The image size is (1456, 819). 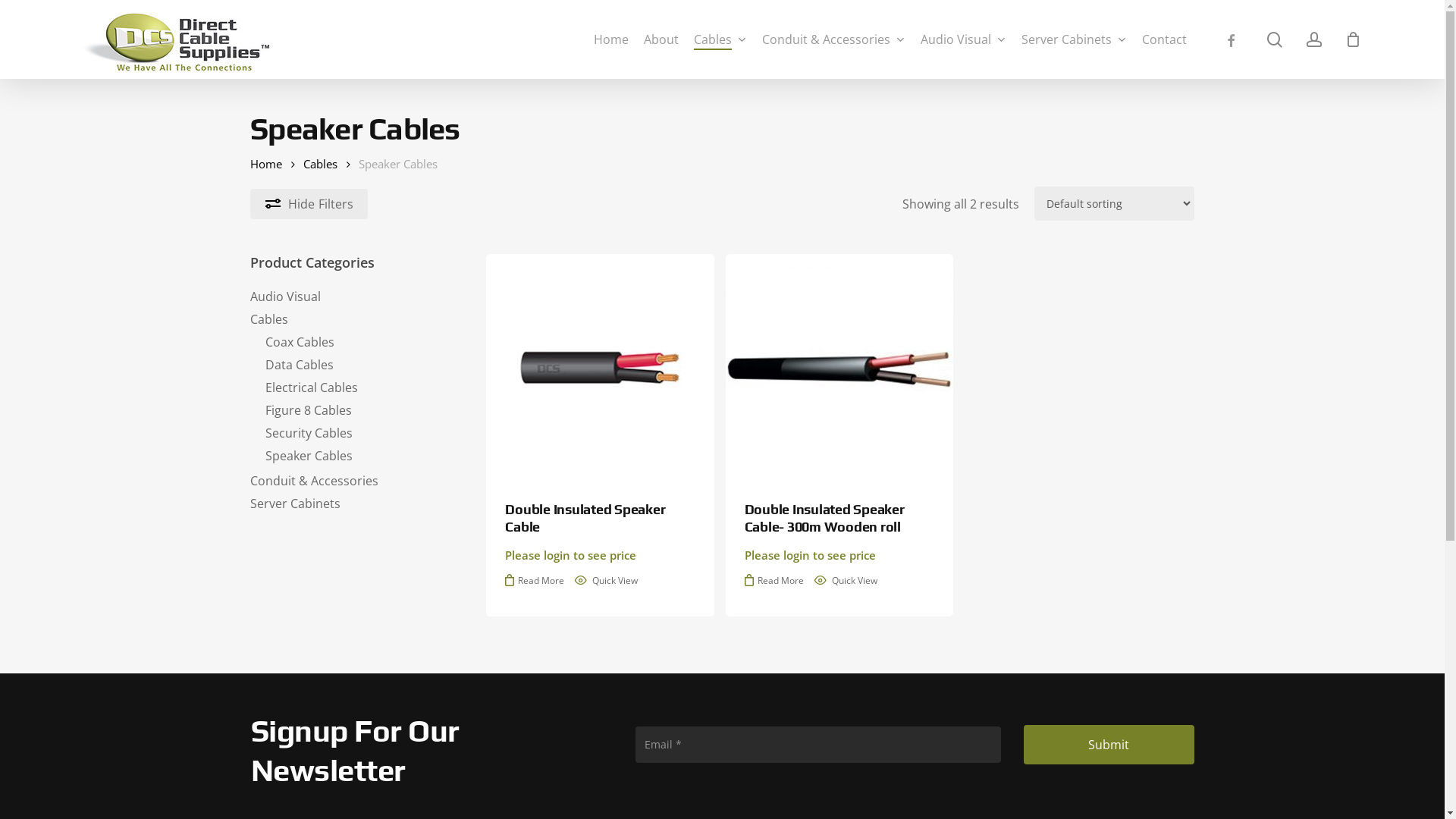 What do you see at coordinates (308, 202) in the screenshot?
I see `'Hide` at bounding box center [308, 202].